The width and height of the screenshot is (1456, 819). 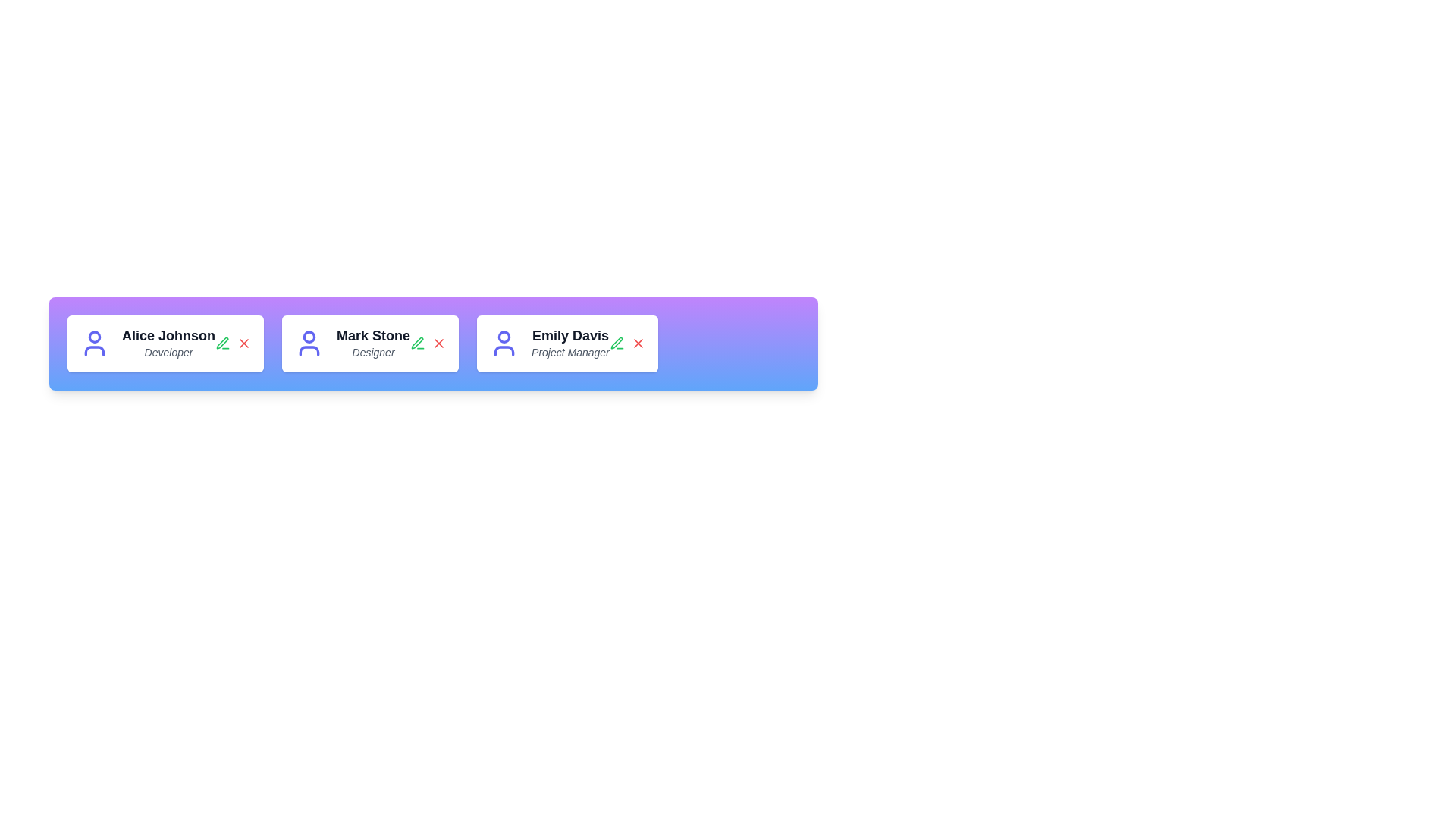 I want to click on the profile card of Mark Stone to trigger visual feedback, so click(x=370, y=343).